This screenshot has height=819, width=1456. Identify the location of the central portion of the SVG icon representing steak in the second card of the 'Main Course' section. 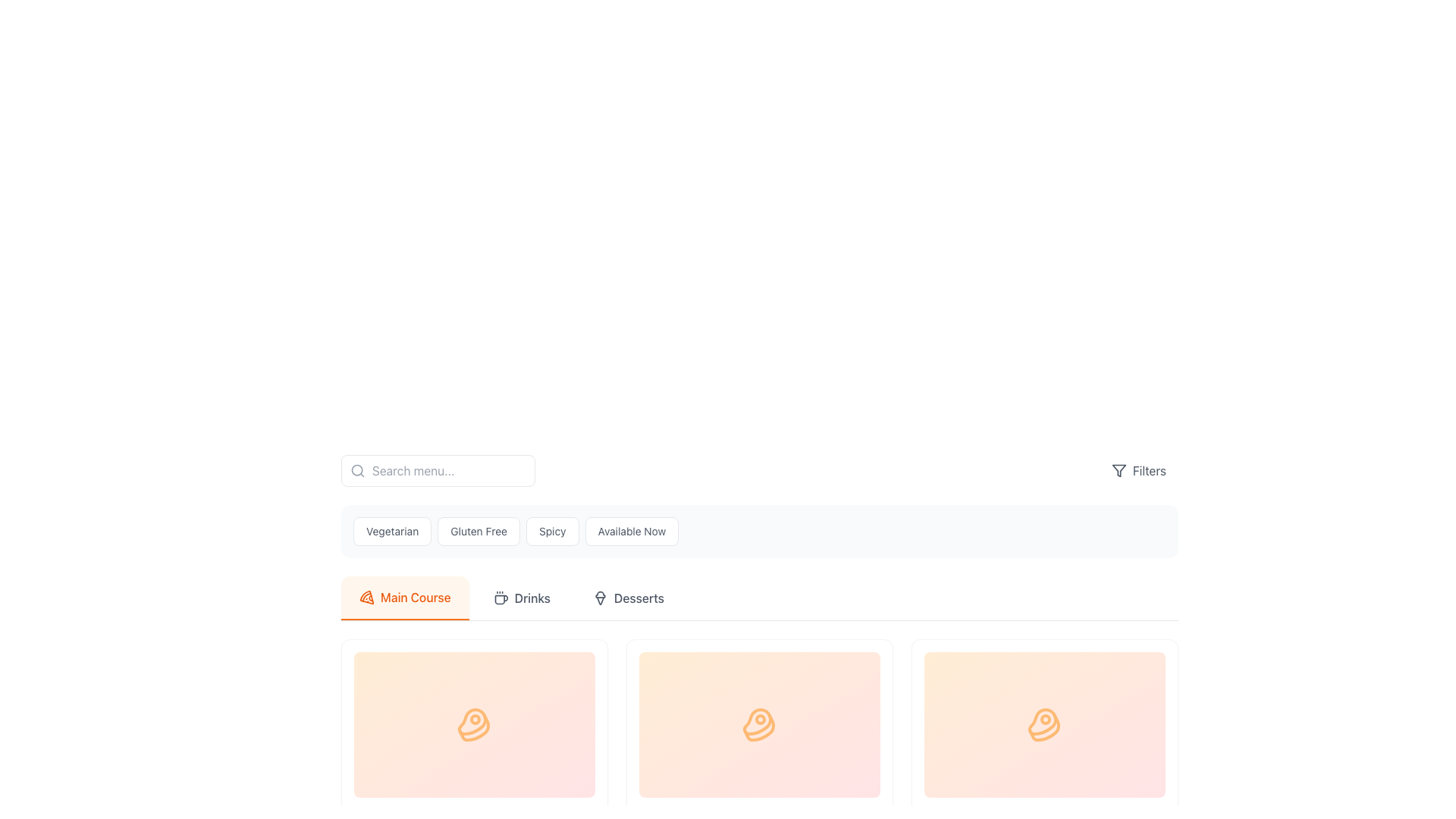
(1041, 721).